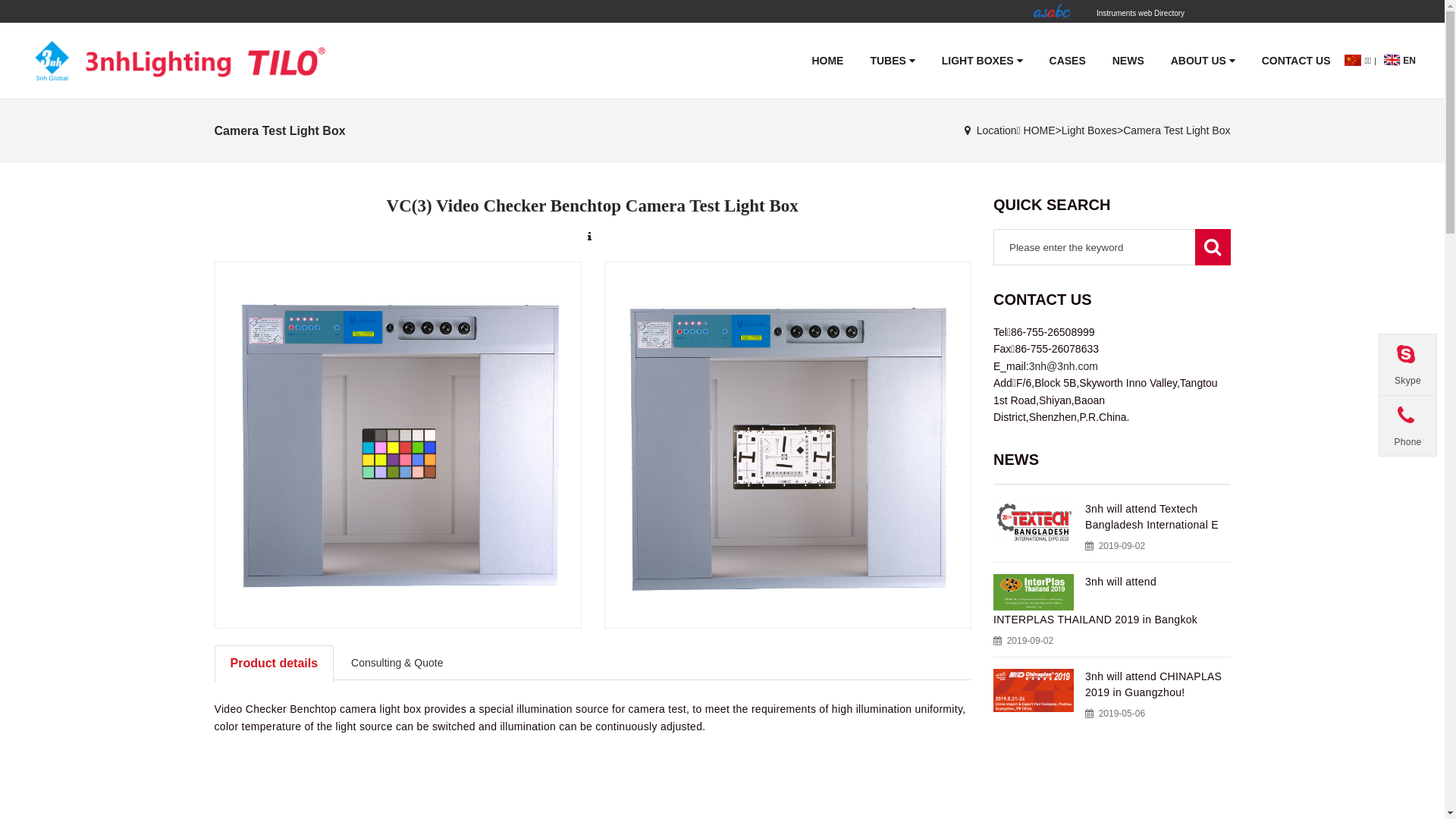 The width and height of the screenshot is (1456, 819). I want to click on 'ABOUT US', so click(1202, 60).